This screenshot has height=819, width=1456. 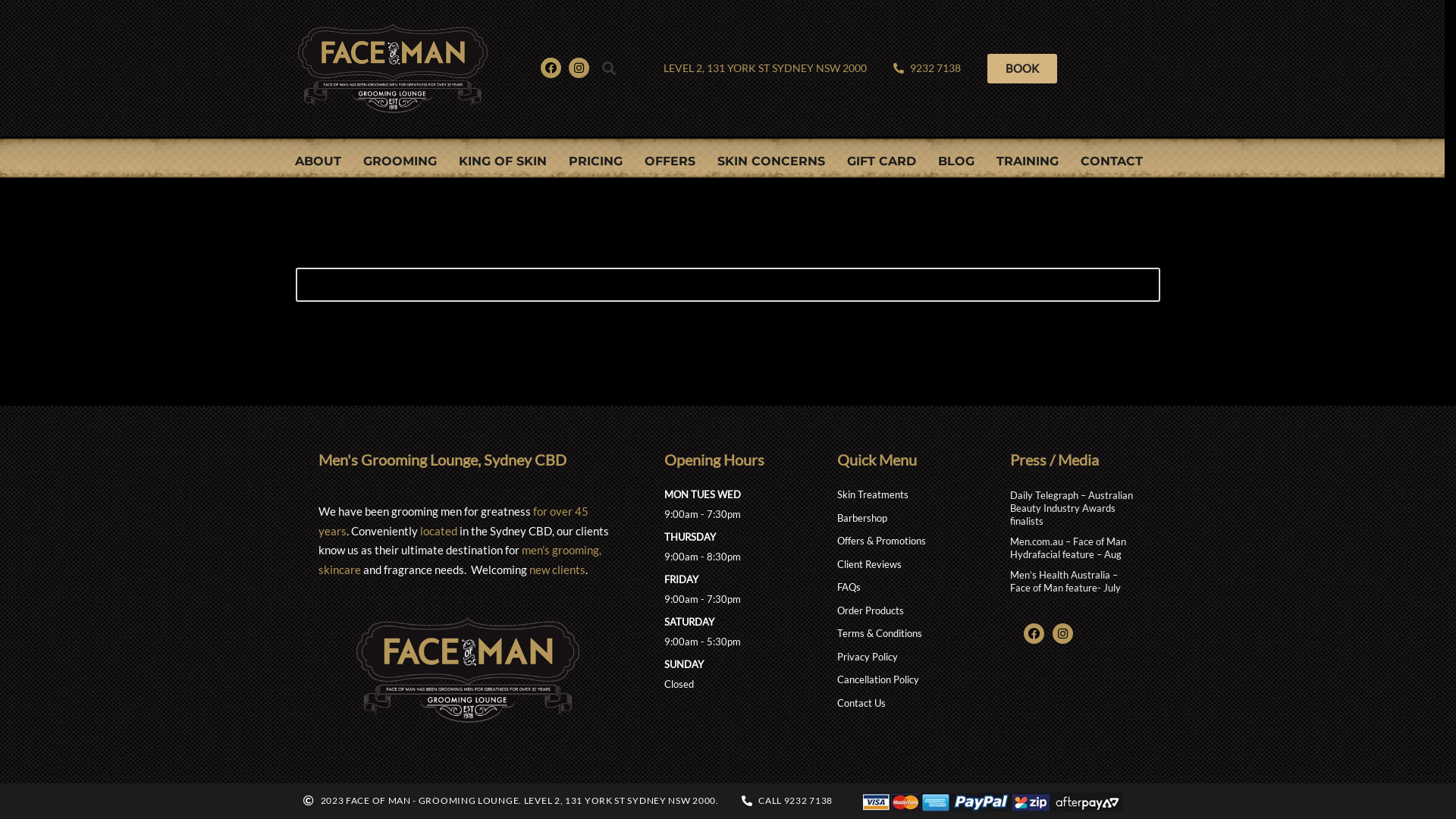 What do you see at coordinates (595, 161) in the screenshot?
I see `'PRICING'` at bounding box center [595, 161].